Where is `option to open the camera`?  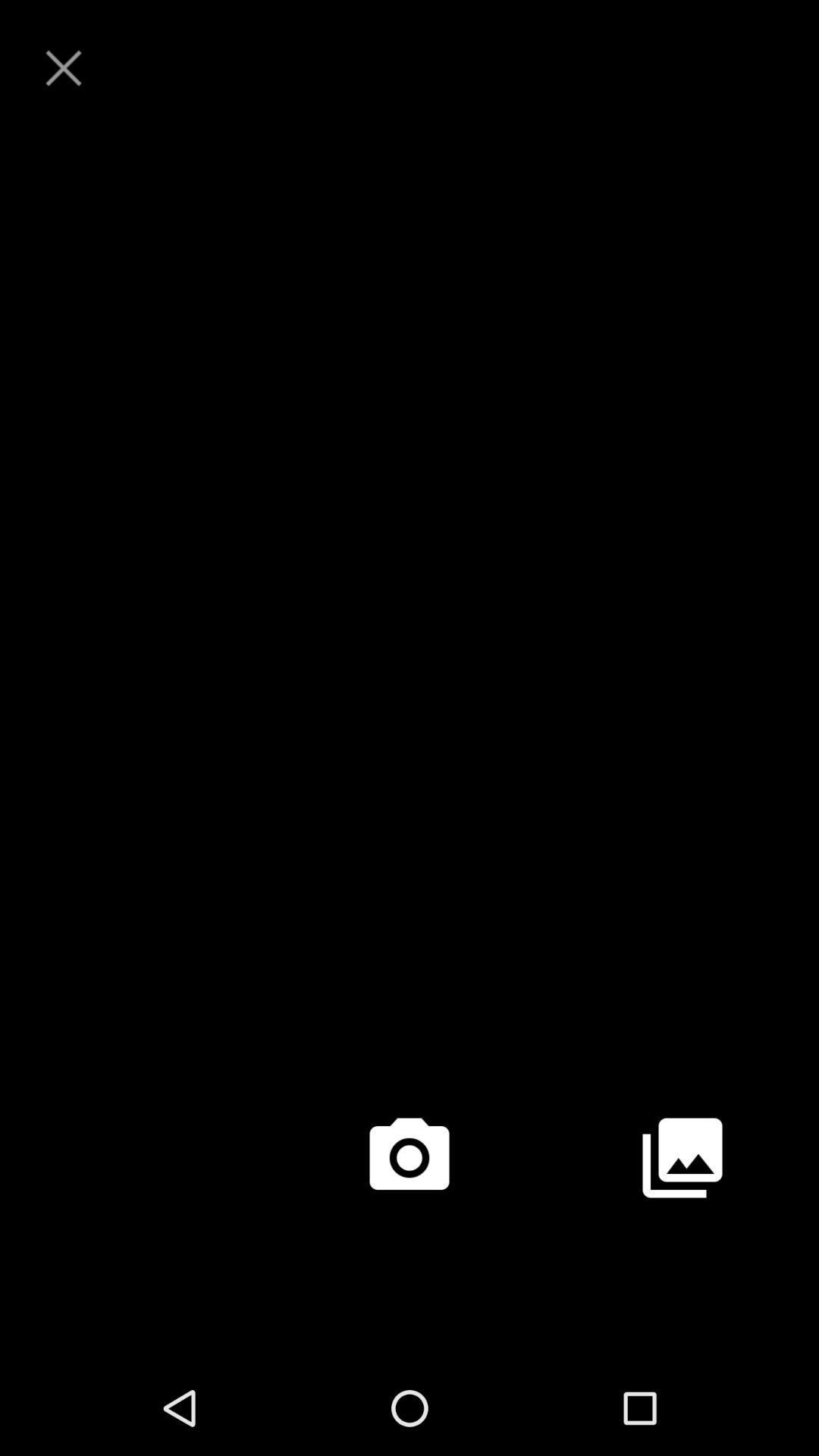
option to open the camera is located at coordinates (409, 1156).